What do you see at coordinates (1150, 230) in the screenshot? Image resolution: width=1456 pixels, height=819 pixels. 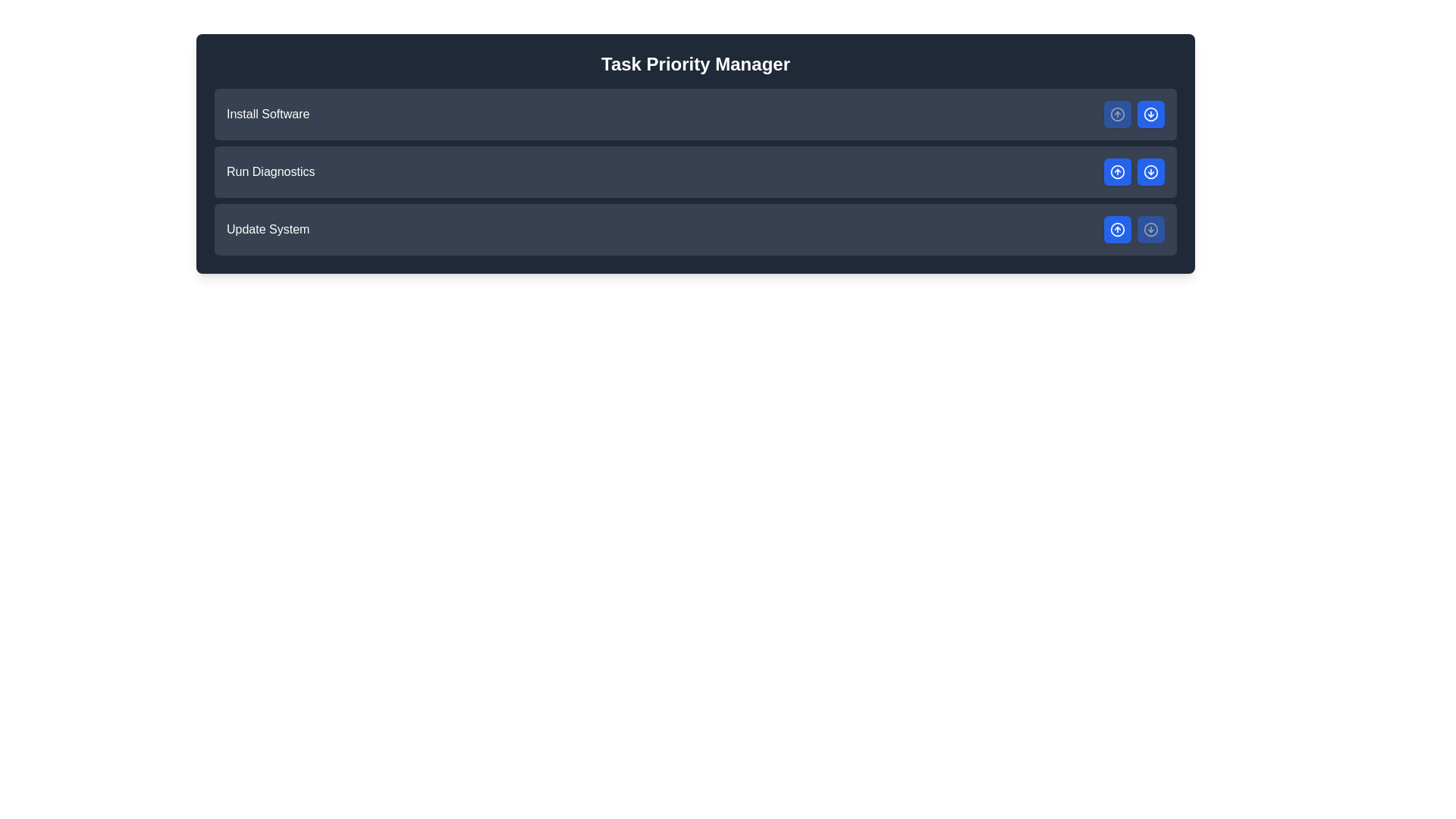 I see `the icon or button located in the bottom-most row of the vertically stacked list, positioned towards the right side of the row, which indicates an action or status` at bounding box center [1150, 230].